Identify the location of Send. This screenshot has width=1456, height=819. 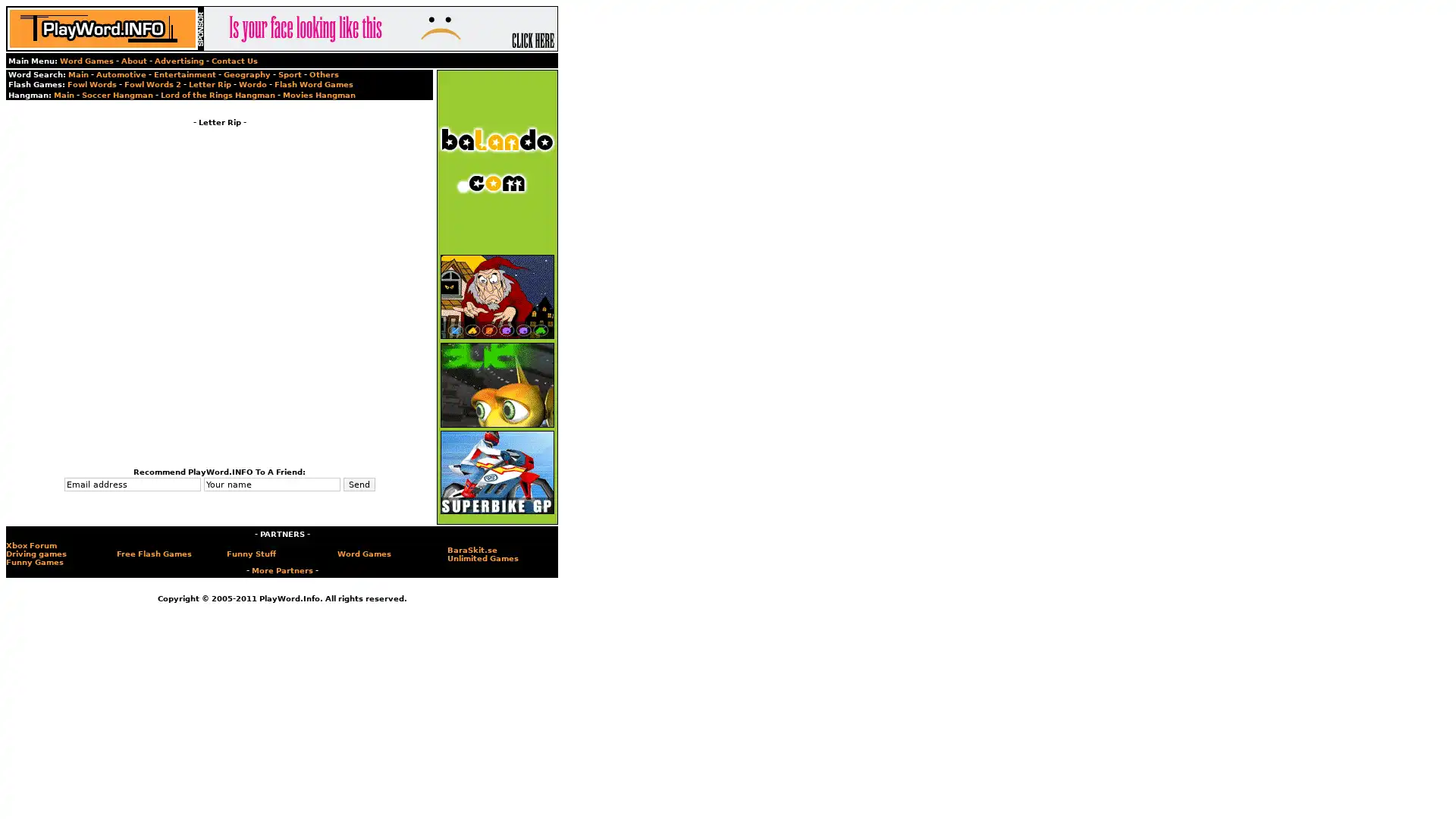
(358, 485).